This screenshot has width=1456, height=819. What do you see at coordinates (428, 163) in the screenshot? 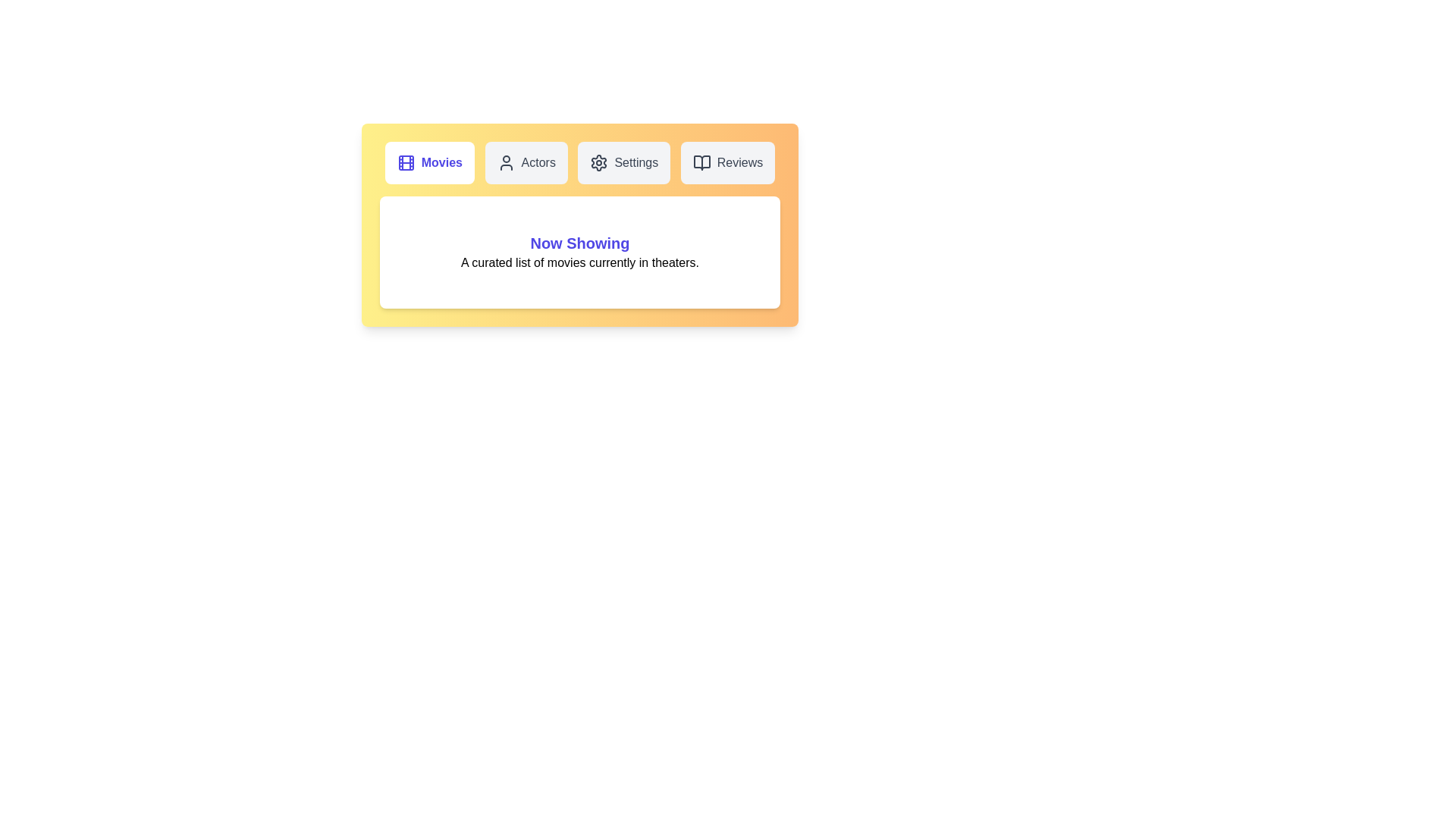
I see `the tab labeled Movies` at bounding box center [428, 163].